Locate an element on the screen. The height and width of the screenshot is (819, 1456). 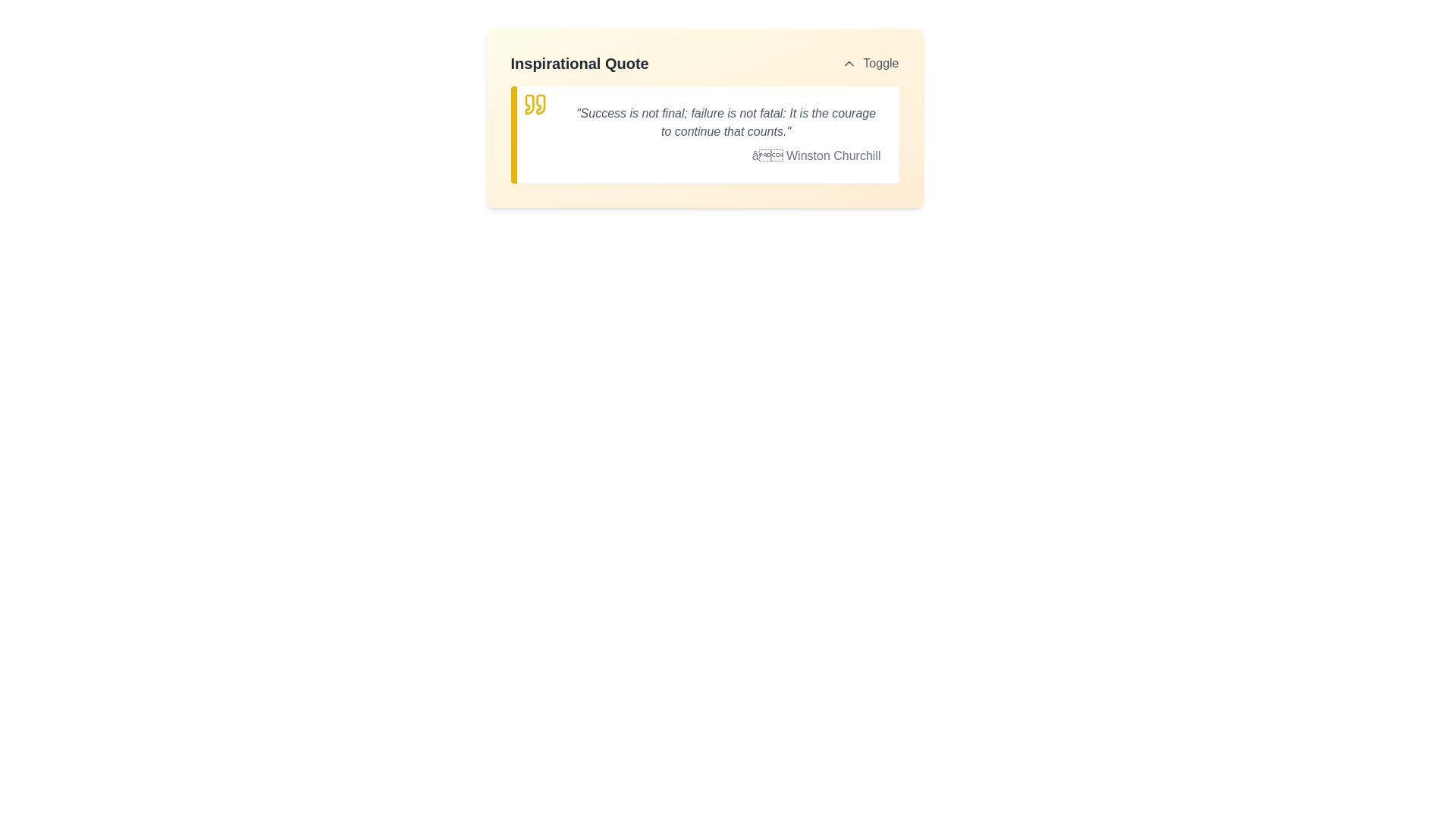
the inspirational quote text that provides motivational content to the user, which is positioned second from the left after the quote symbol is located at coordinates (707, 122).